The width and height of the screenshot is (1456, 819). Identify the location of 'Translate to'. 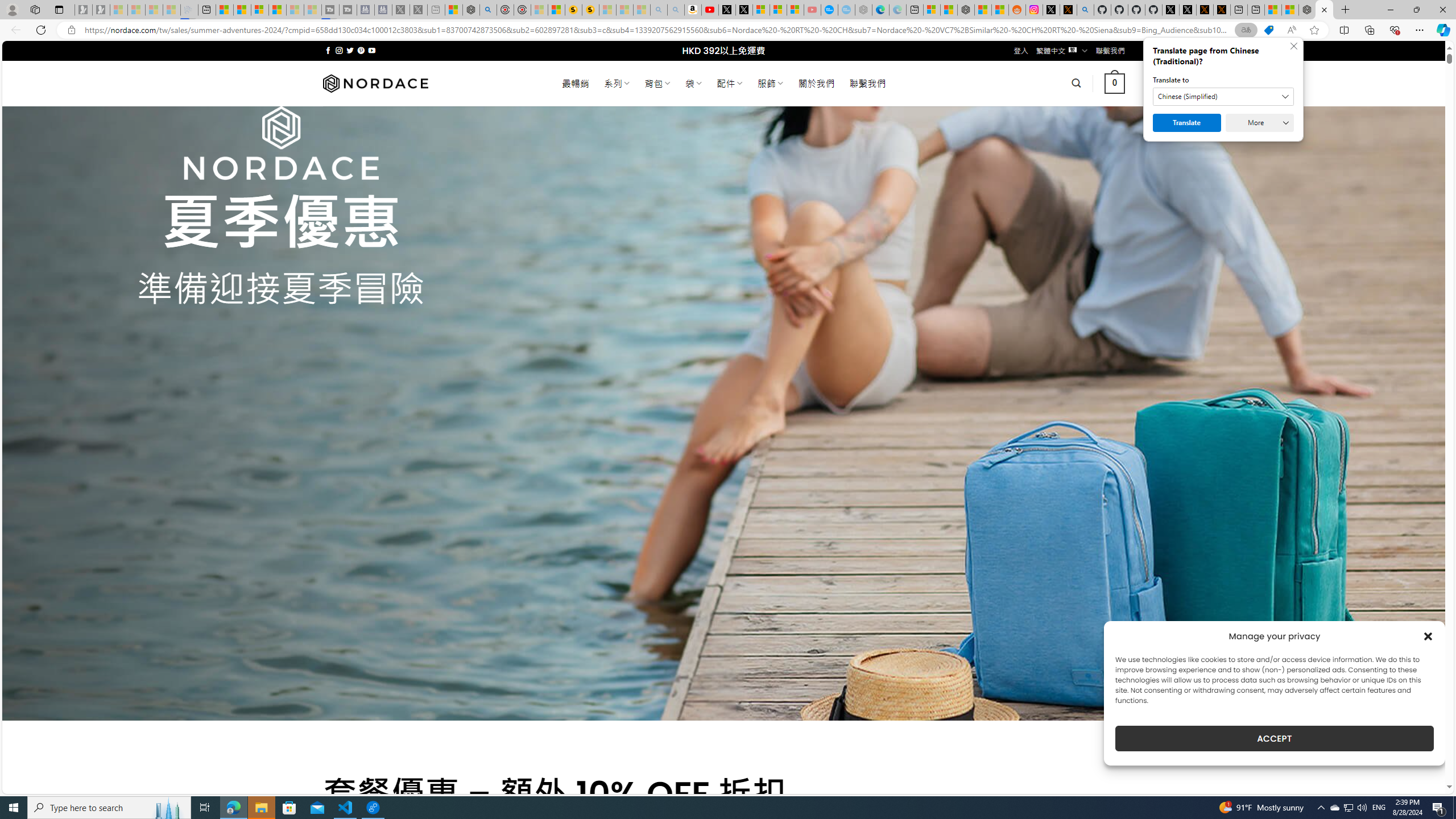
(1223, 96).